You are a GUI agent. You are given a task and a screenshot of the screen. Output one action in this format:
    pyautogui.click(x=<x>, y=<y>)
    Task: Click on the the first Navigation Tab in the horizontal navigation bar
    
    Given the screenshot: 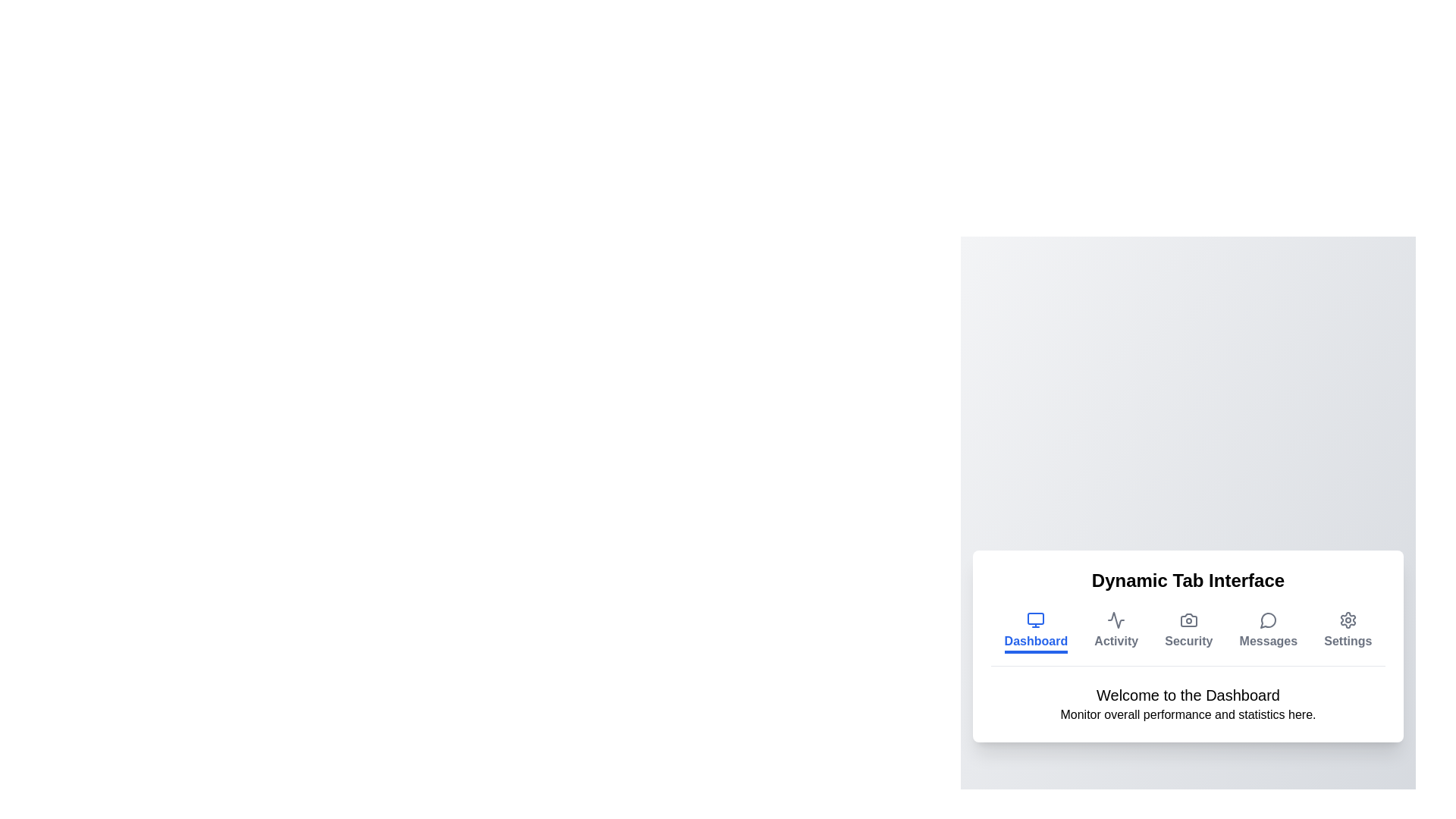 What is the action you would take?
    pyautogui.click(x=1035, y=632)
    